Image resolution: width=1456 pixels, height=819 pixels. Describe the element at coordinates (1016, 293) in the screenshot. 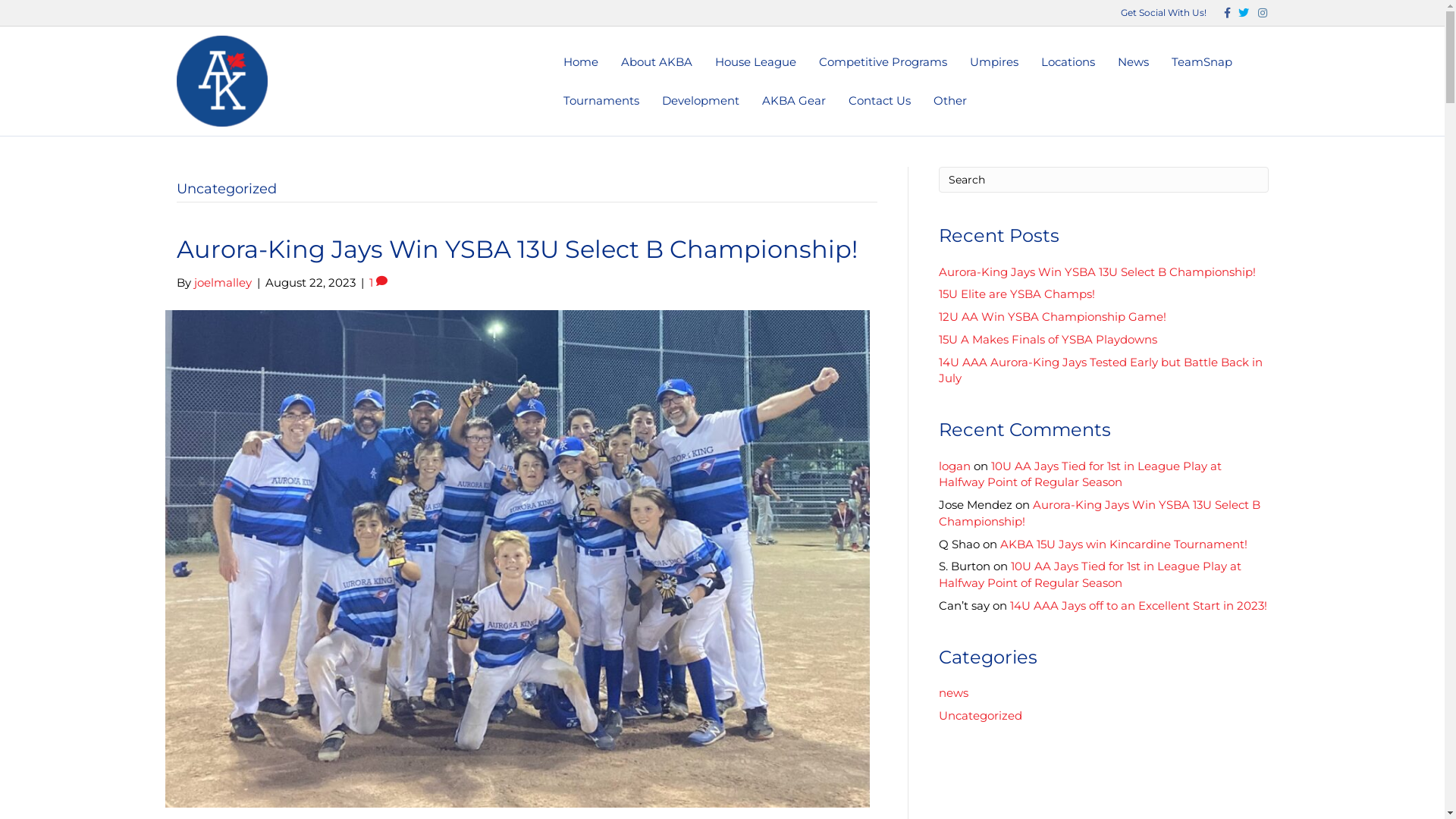

I see `'15U Elite are YSBA Champs!'` at that location.